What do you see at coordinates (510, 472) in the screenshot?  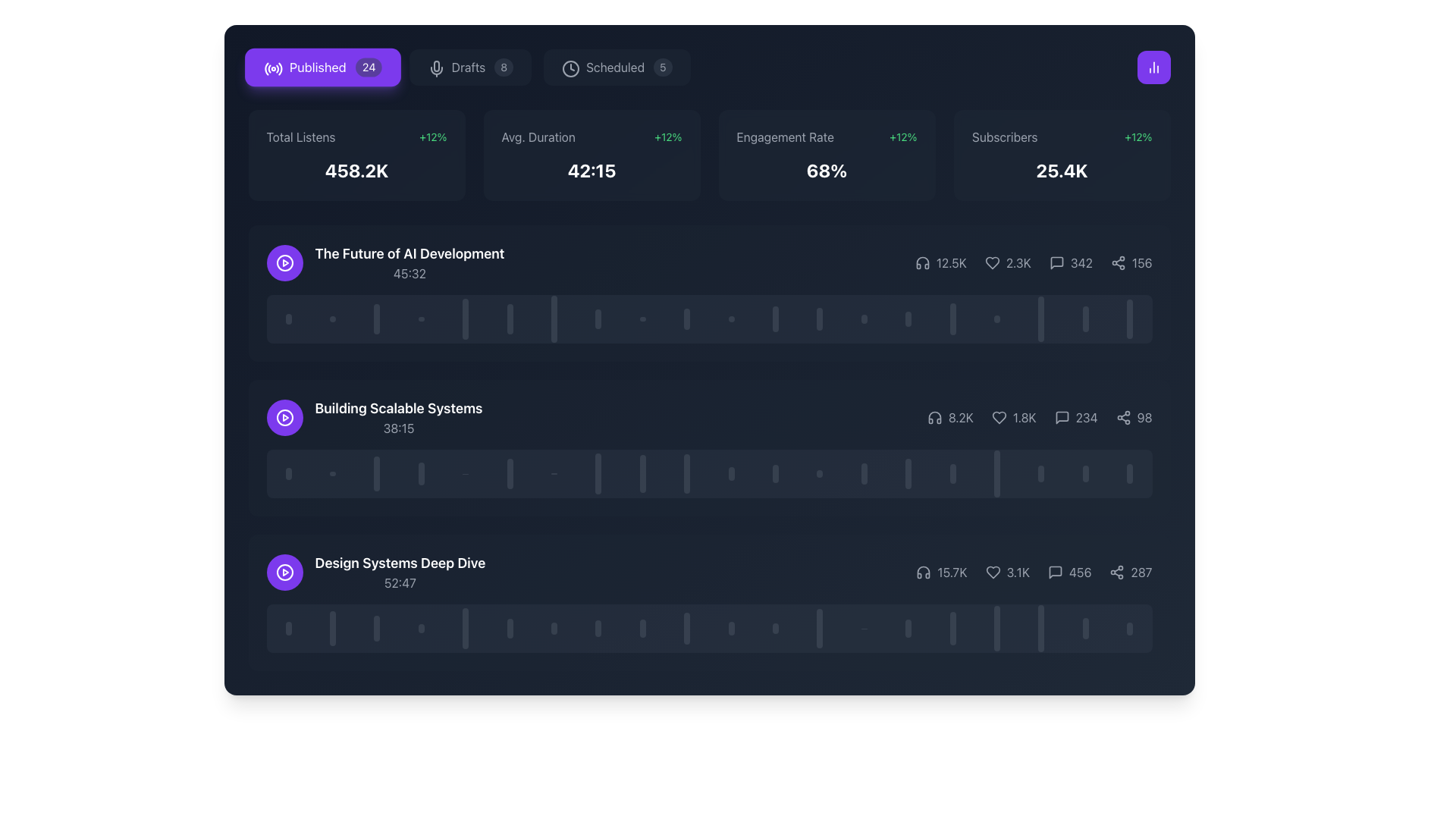 I see `the sixth vertical progress bar segment in the middle row of the interface, which acts as a graphical indicator` at bounding box center [510, 472].